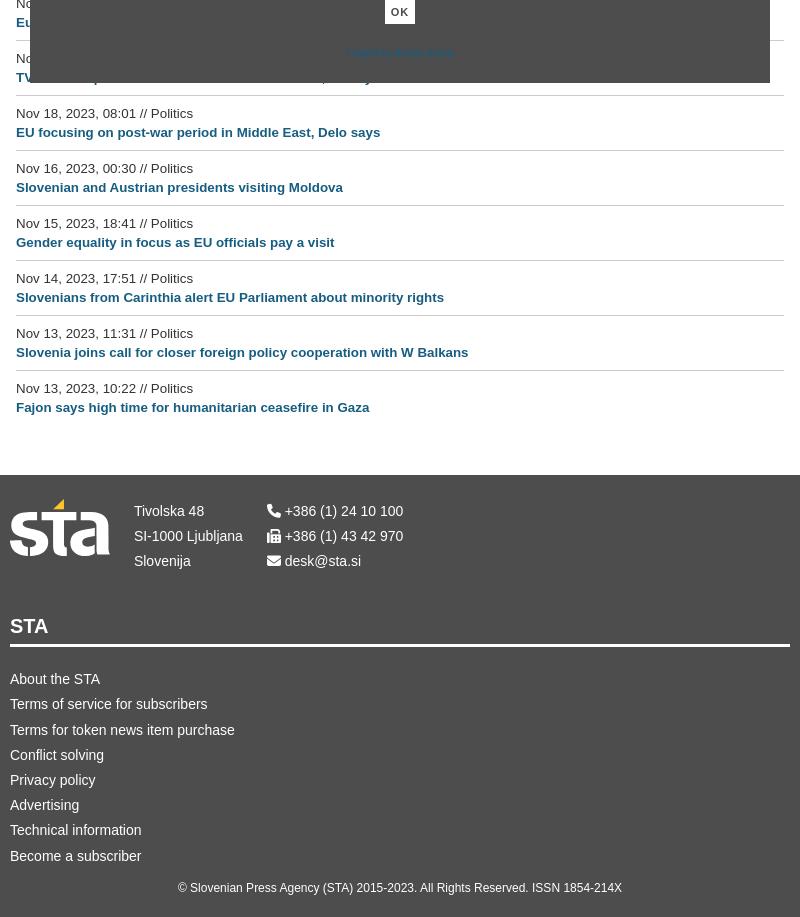 This screenshot has width=800, height=917. I want to click on '+386 (1) 43 42 970', so click(341, 534).